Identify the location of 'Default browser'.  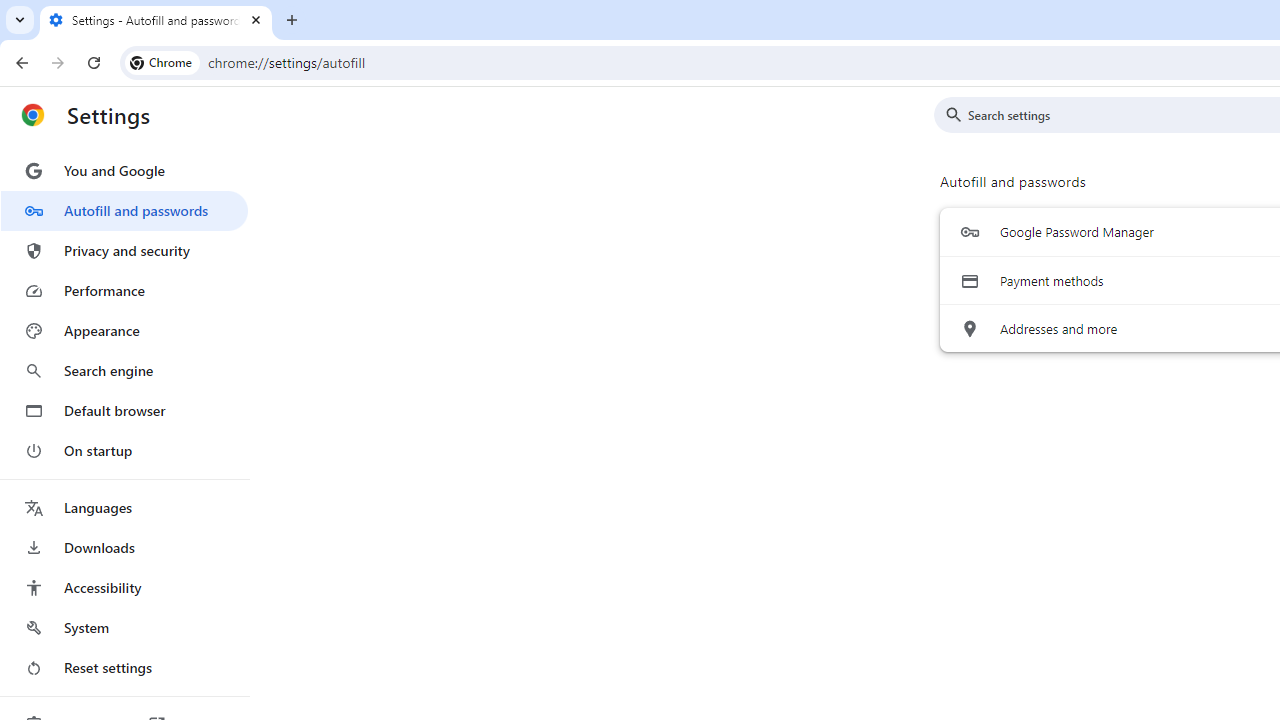
(123, 410).